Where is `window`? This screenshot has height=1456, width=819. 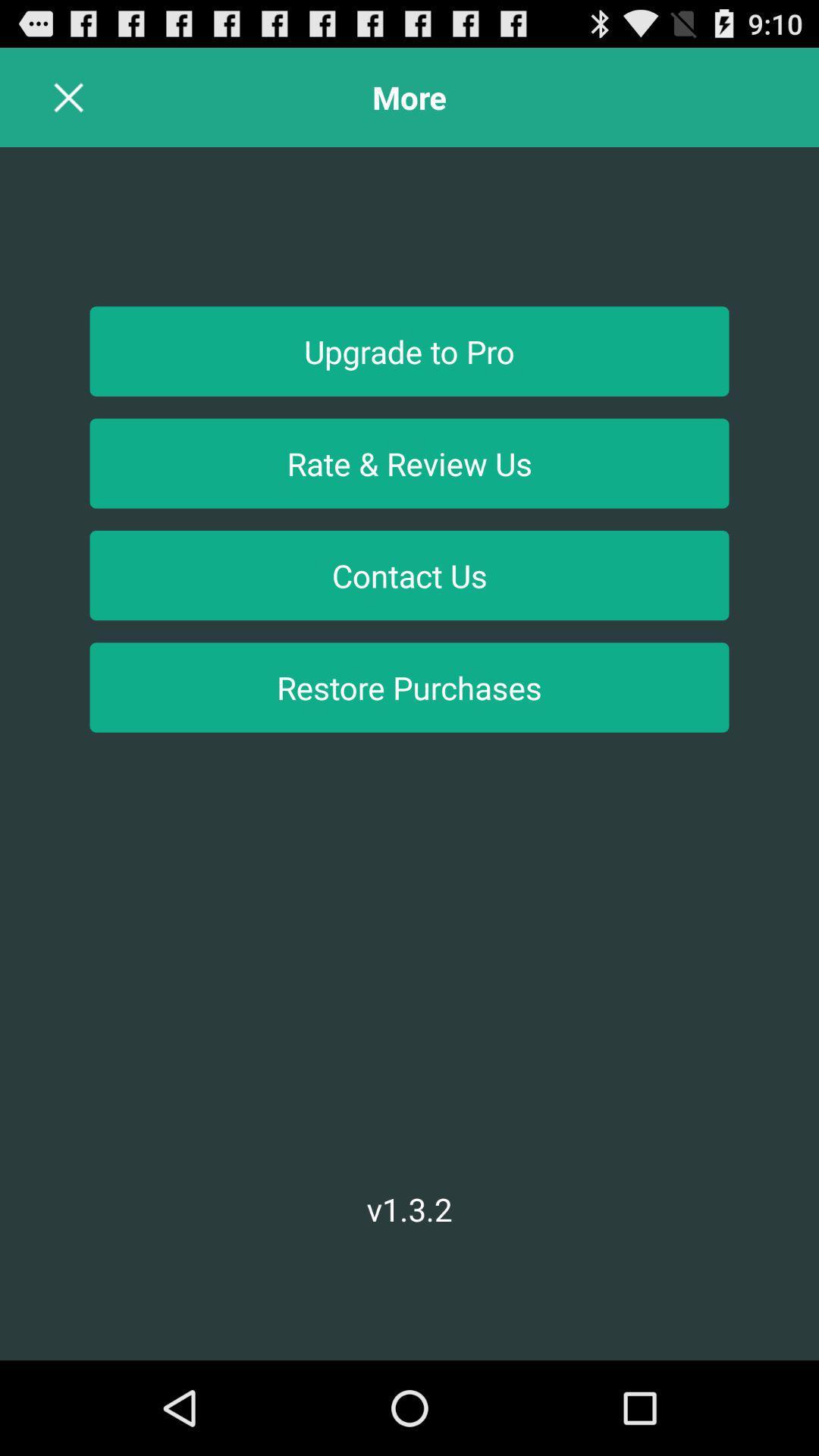 window is located at coordinates (69, 96).